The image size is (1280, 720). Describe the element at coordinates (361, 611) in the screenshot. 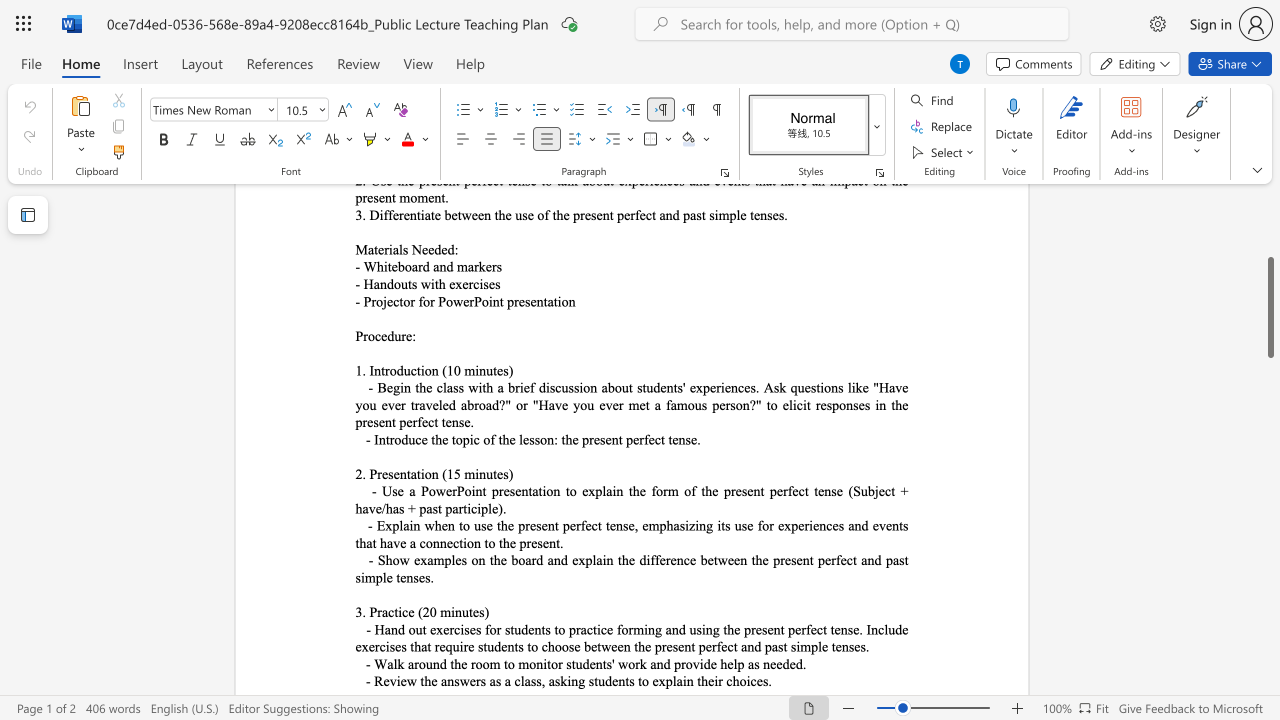

I see `the space between the continuous character "3" and "." in the text` at that location.